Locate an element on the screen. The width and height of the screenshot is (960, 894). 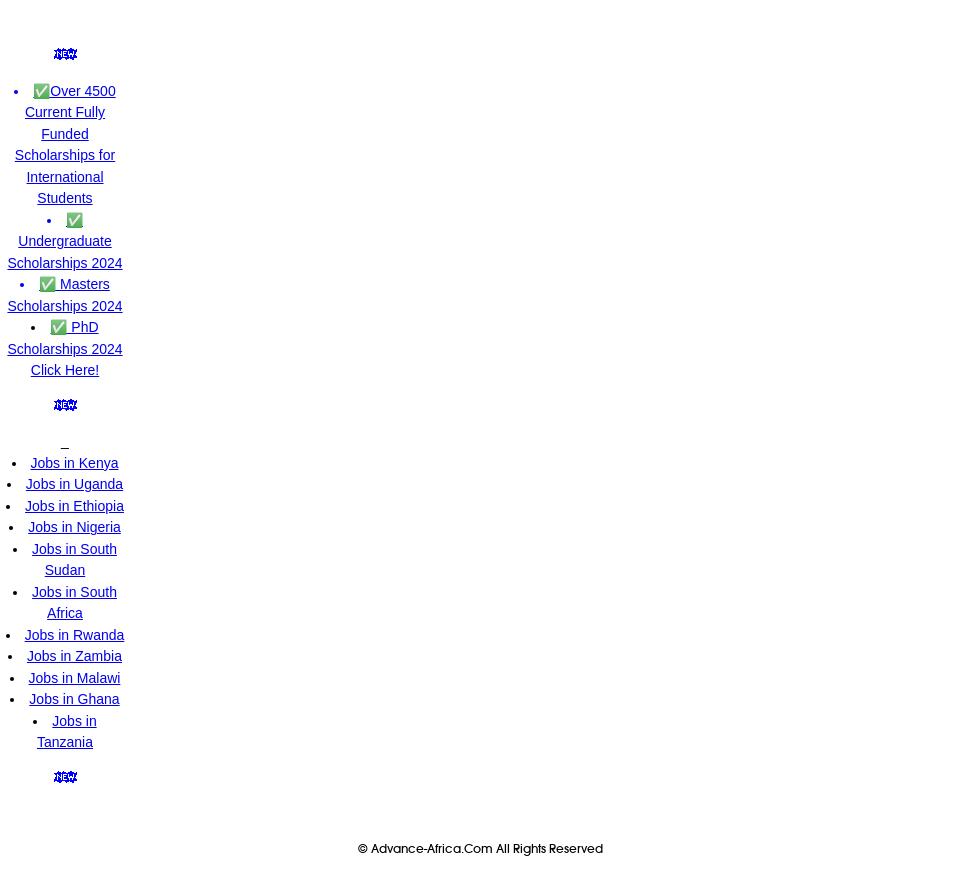
'✅ PhD Scholarships 2024

Click Here!' is located at coordinates (64, 347).